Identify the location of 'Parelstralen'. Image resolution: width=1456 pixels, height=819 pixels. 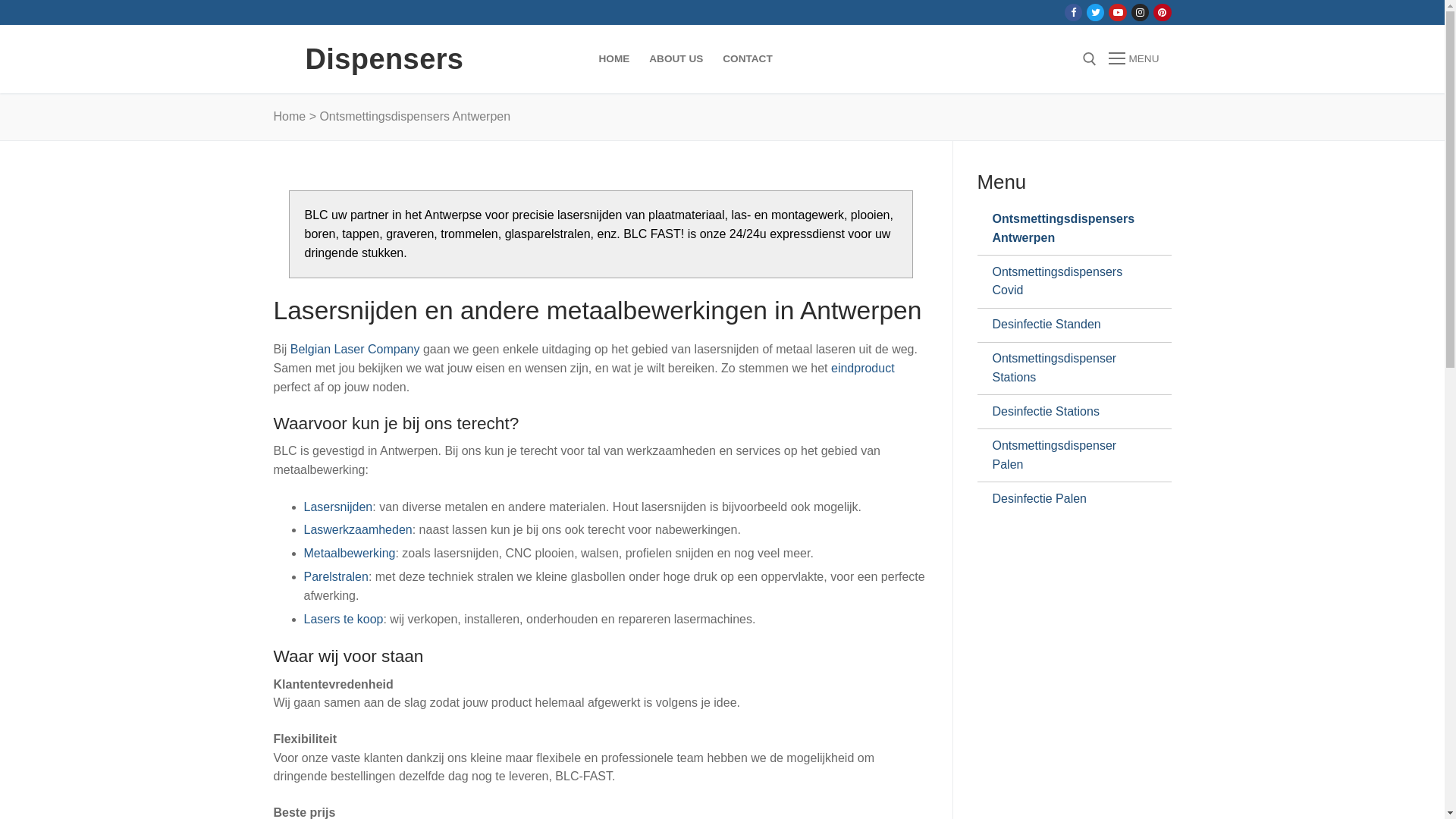
(303, 576).